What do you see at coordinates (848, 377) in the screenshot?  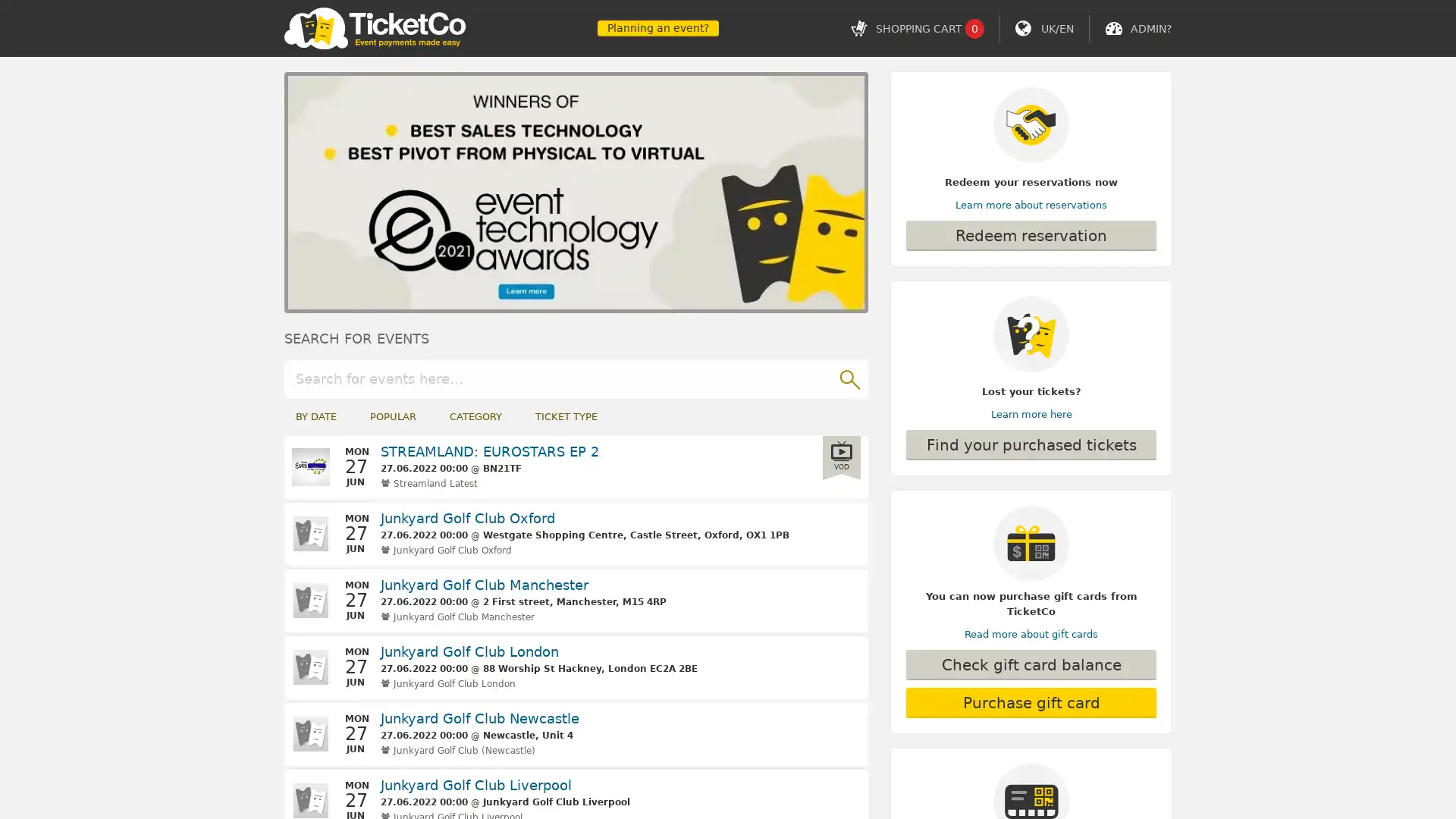 I see `Search events button` at bounding box center [848, 377].